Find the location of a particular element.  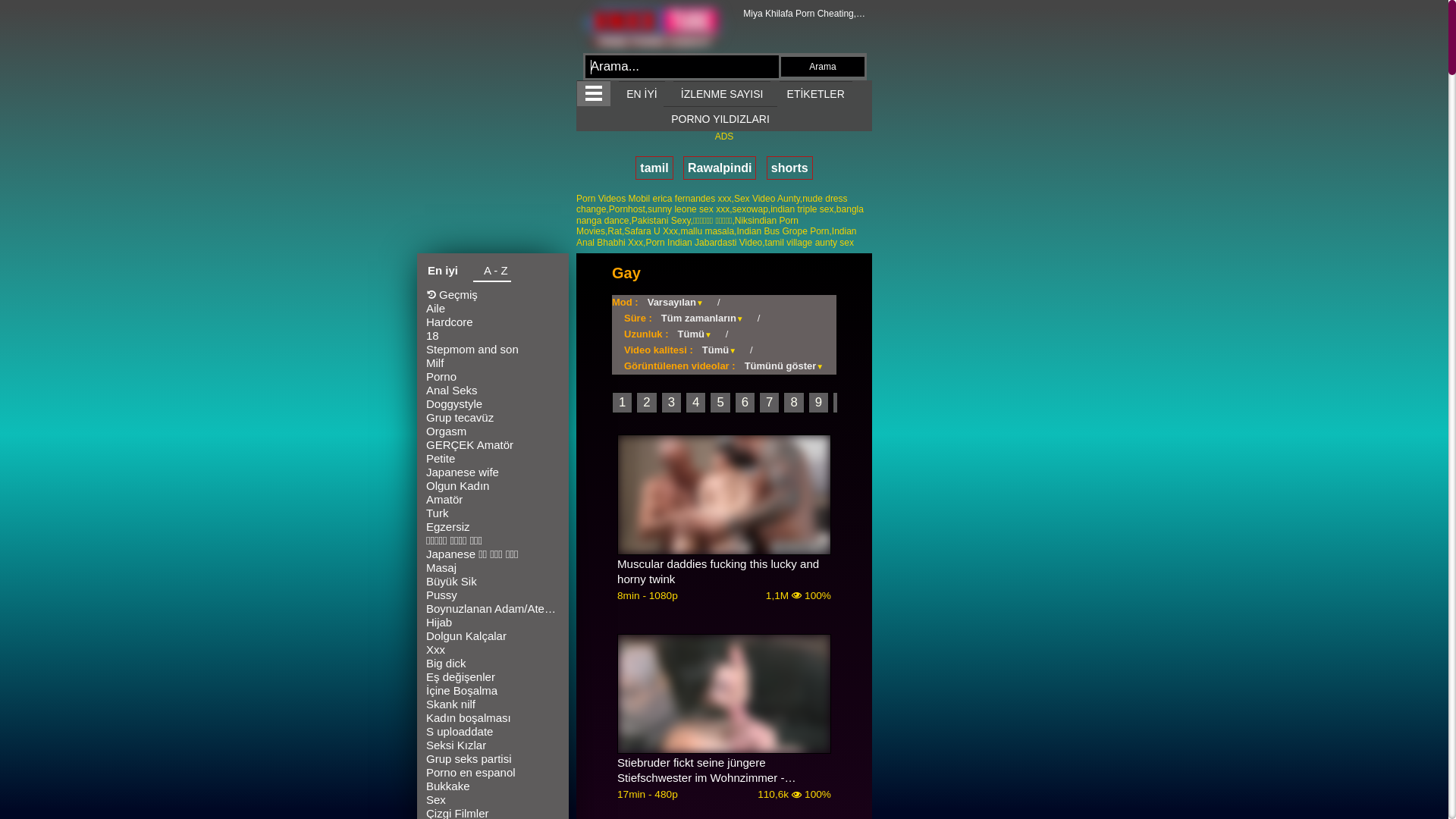

'Xxx' is located at coordinates (492, 648).